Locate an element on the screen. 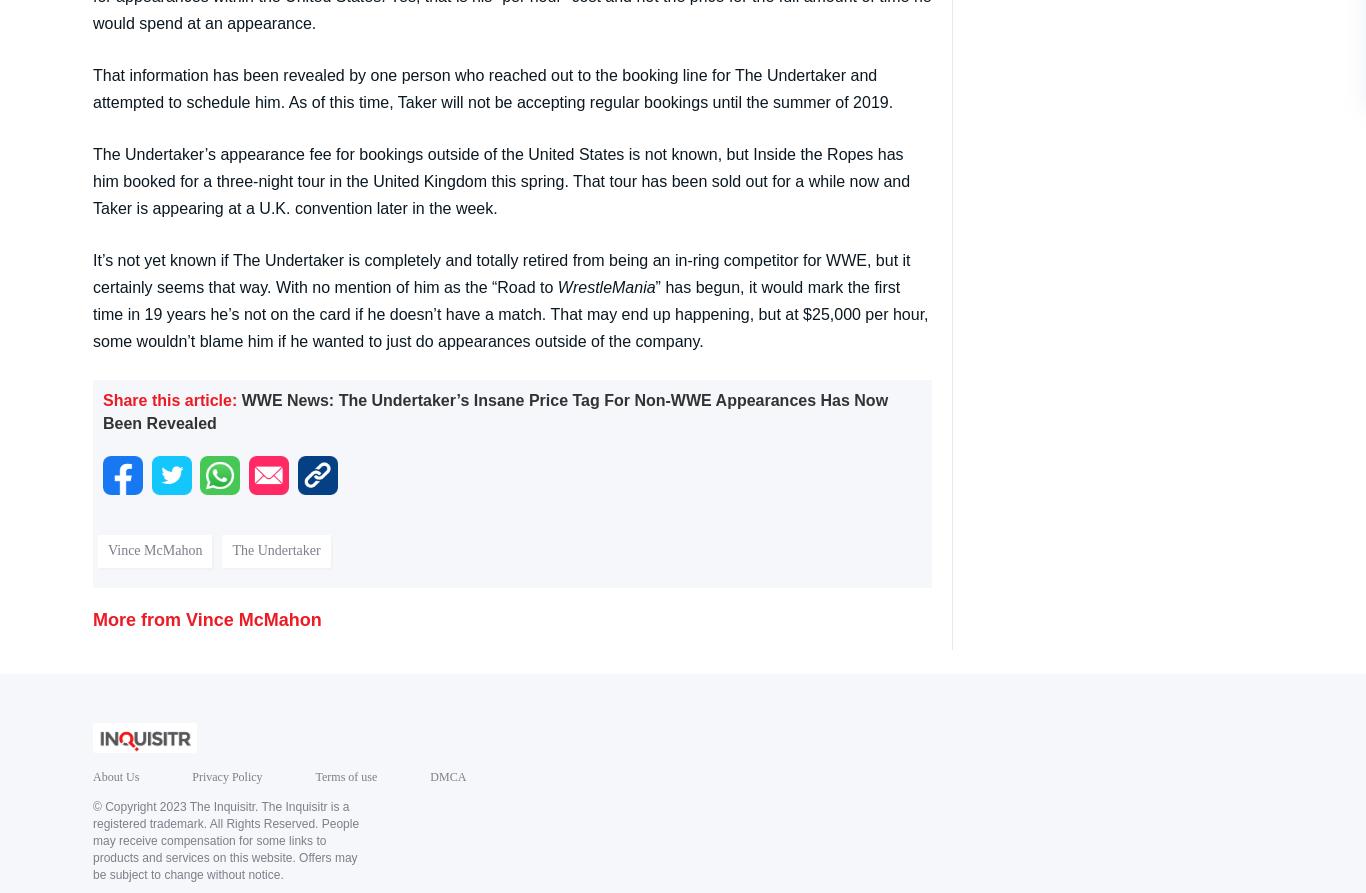 The height and width of the screenshot is (893, 1366). 'It’s not yet known if The Undertaker is completely and totally retired from being an in-ring competitor for WWE, but it certainly seems that way. With no mention of him as the “Road to' is located at coordinates (501, 271).